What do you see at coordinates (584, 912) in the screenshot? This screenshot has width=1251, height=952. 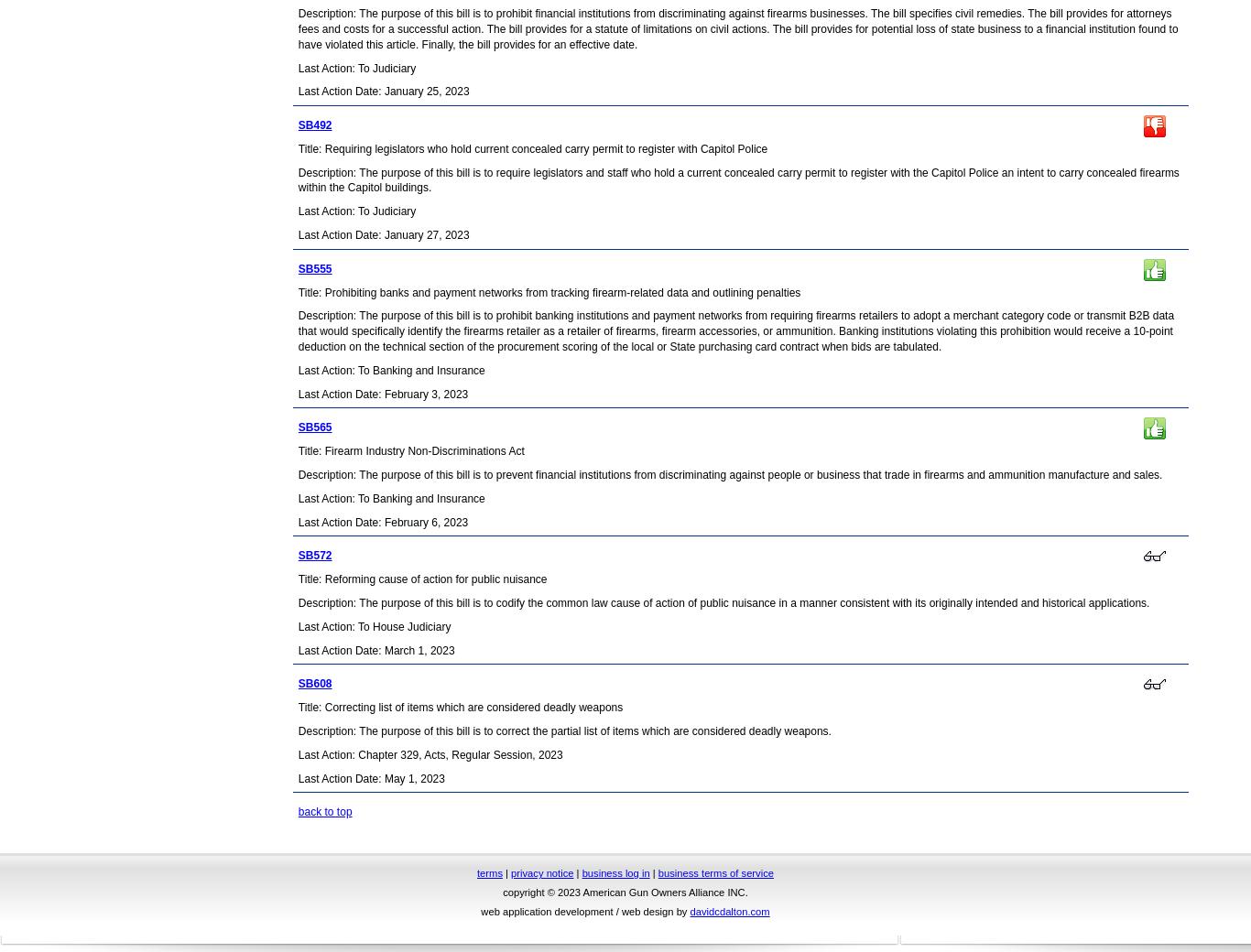 I see `'web application development / web design by'` at bounding box center [584, 912].